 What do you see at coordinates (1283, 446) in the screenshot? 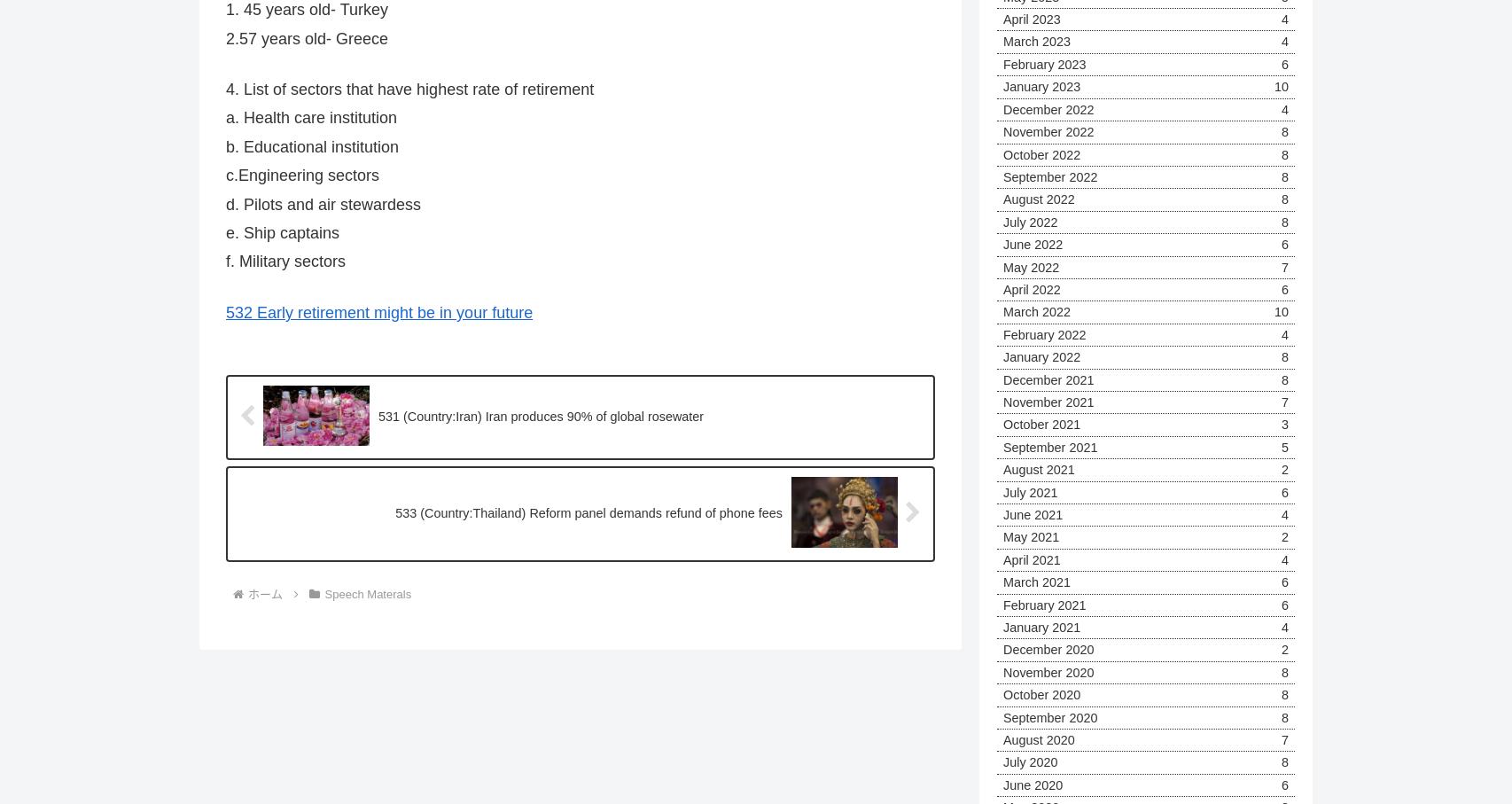
I see `'5'` at bounding box center [1283, 446].